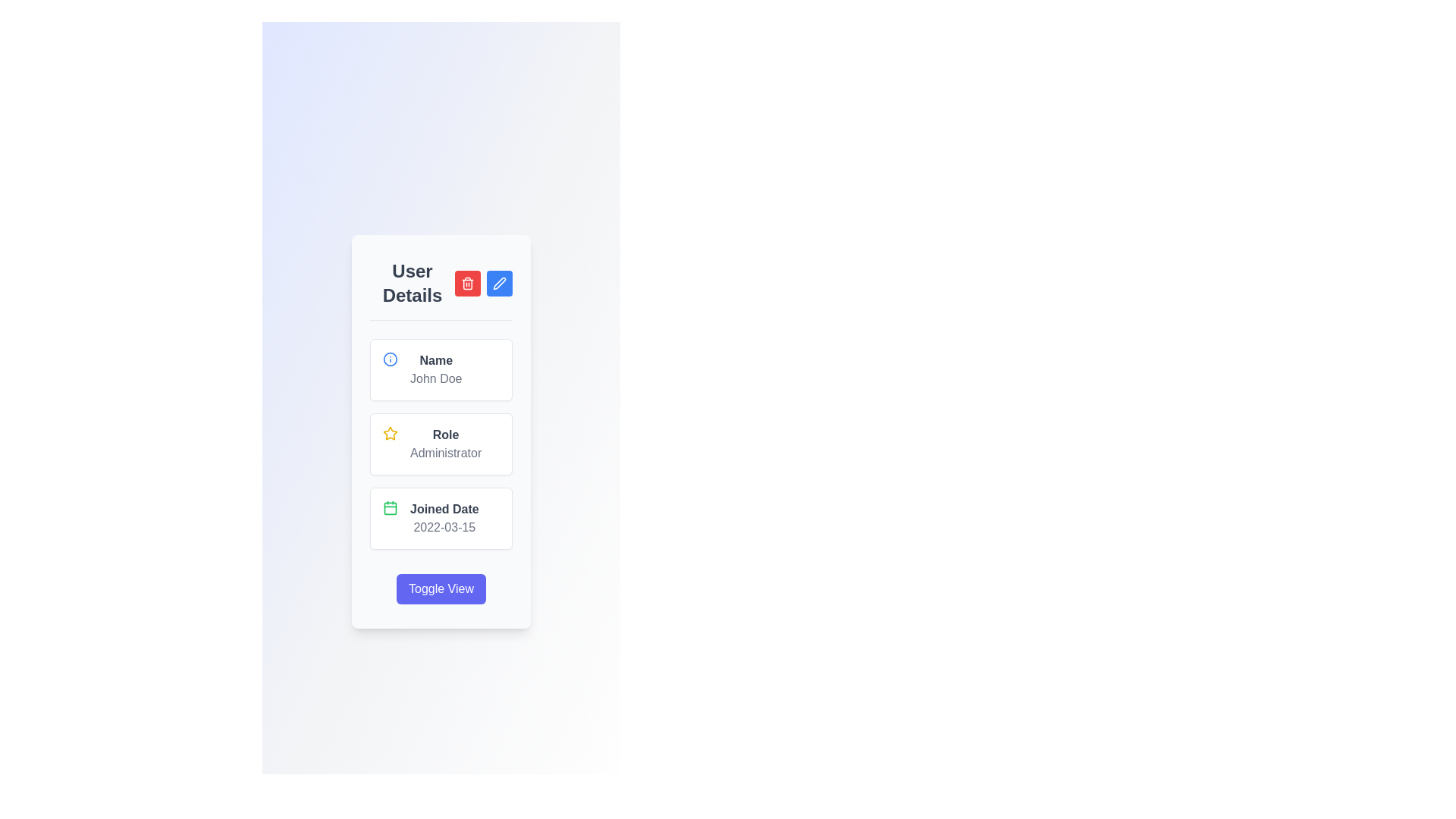 The image size is (1456, 819). What do you see at coordinates (440, 431) in the screenshot?
I see `the input fields within the 'User Details' card` at bounding box center [440, 431].